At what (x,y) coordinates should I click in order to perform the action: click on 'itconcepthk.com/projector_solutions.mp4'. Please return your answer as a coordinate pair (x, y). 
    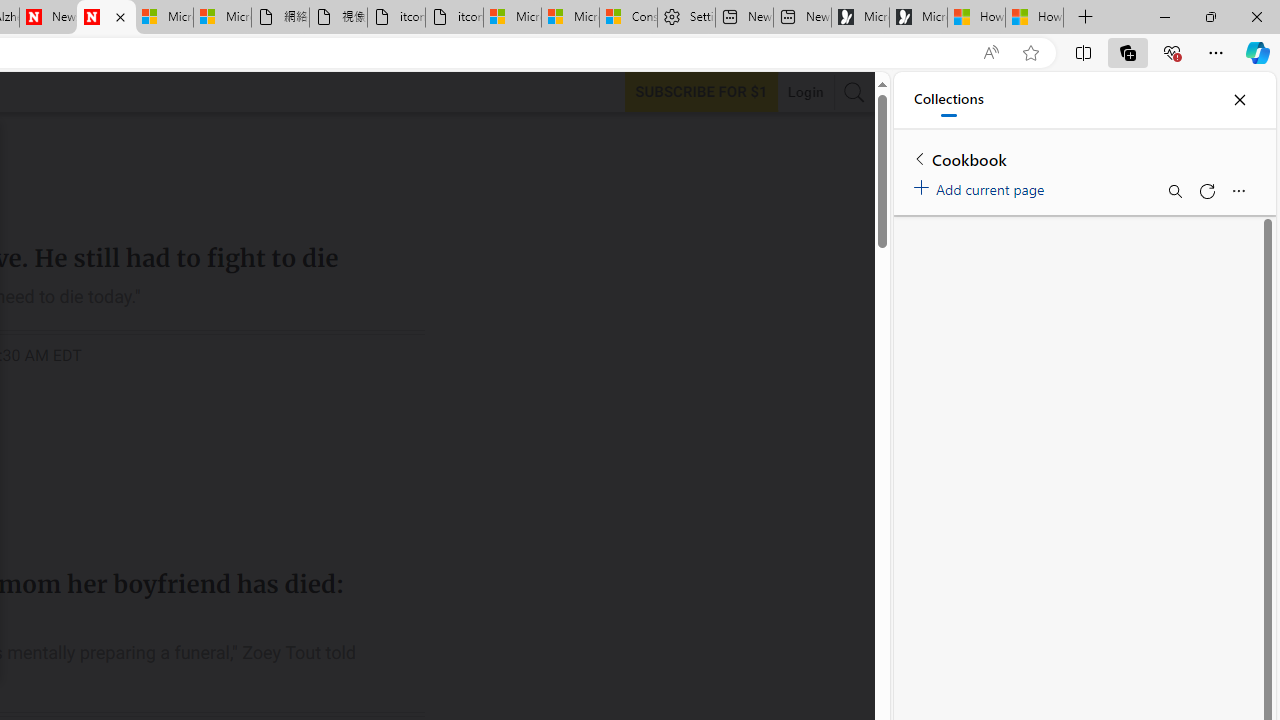
    Looking at the image, I should click on (453, 17).